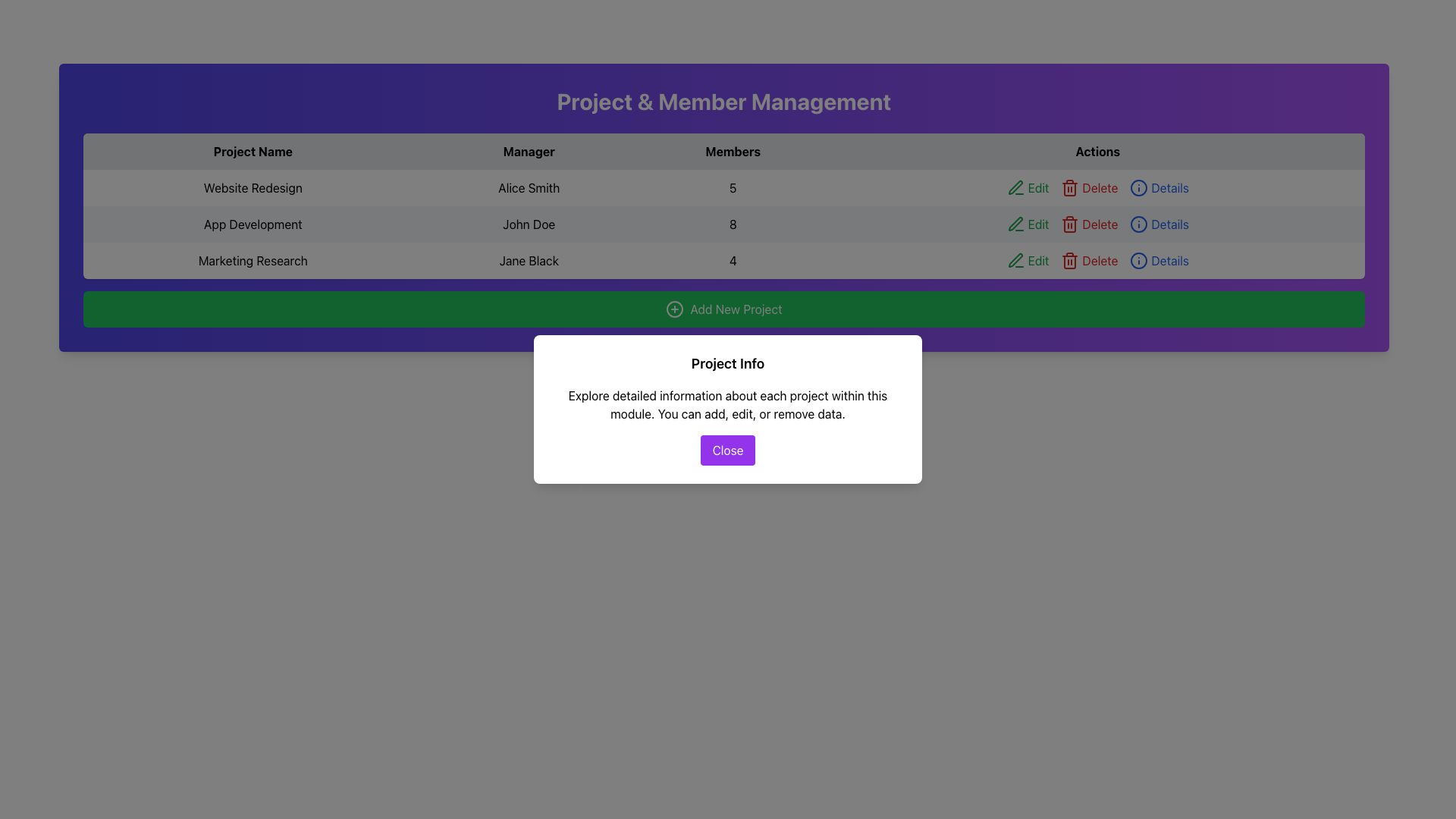  Describe the element at coordinates (723, 152) in the screenshot. I see `the Table Header Cell that labels the number of members for each project in the third column of the table, located in the second row between 'Manager' and 'Actions'` at that location.